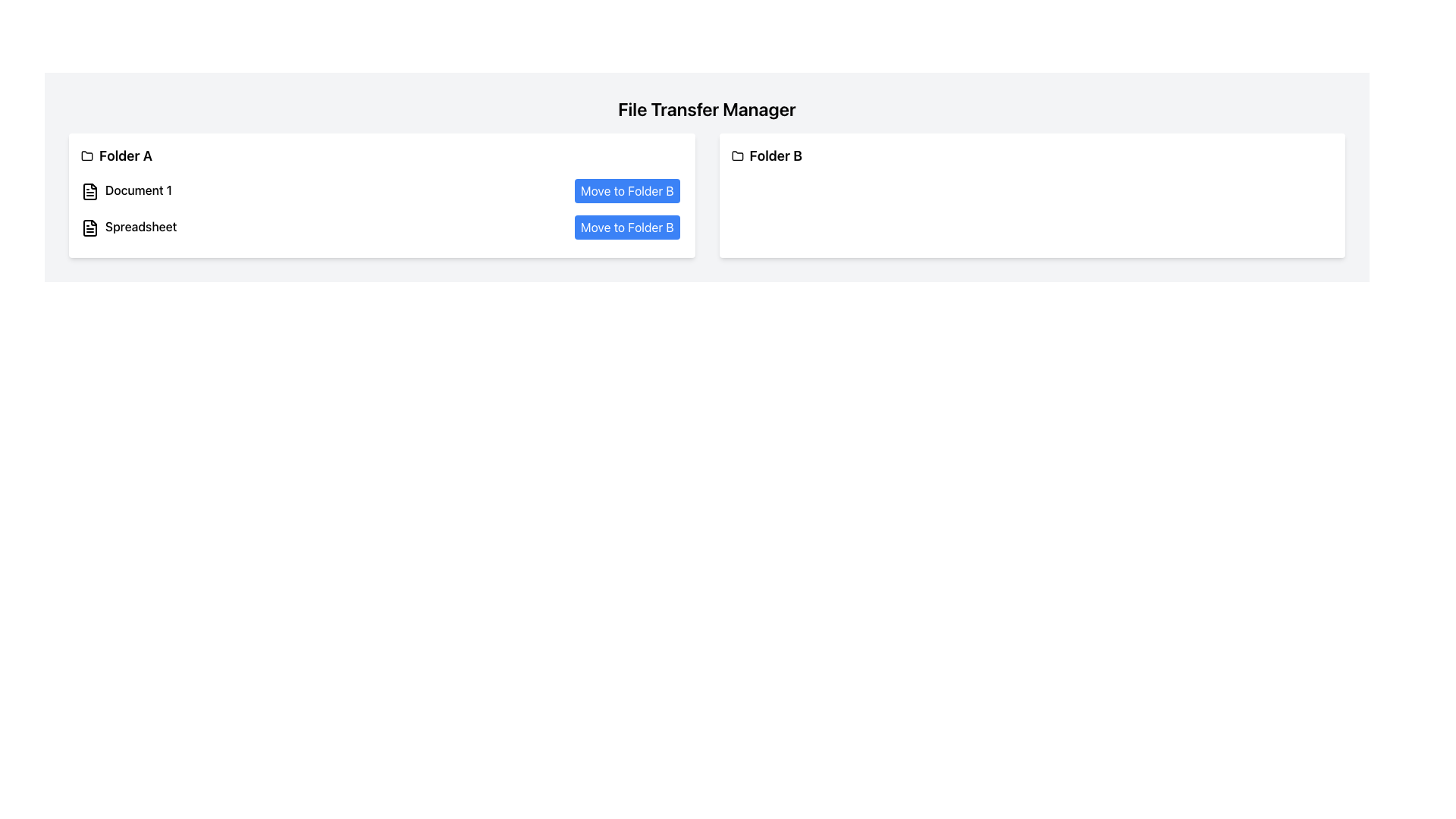 This screenshot has height=819, width=1456. What do you see at coordinates (89, 190) in the screenshot?
I see `the document icon representing 'Document 1' in the file manager interface, which is located to the left of the text label` at bounding box center [89, 190].